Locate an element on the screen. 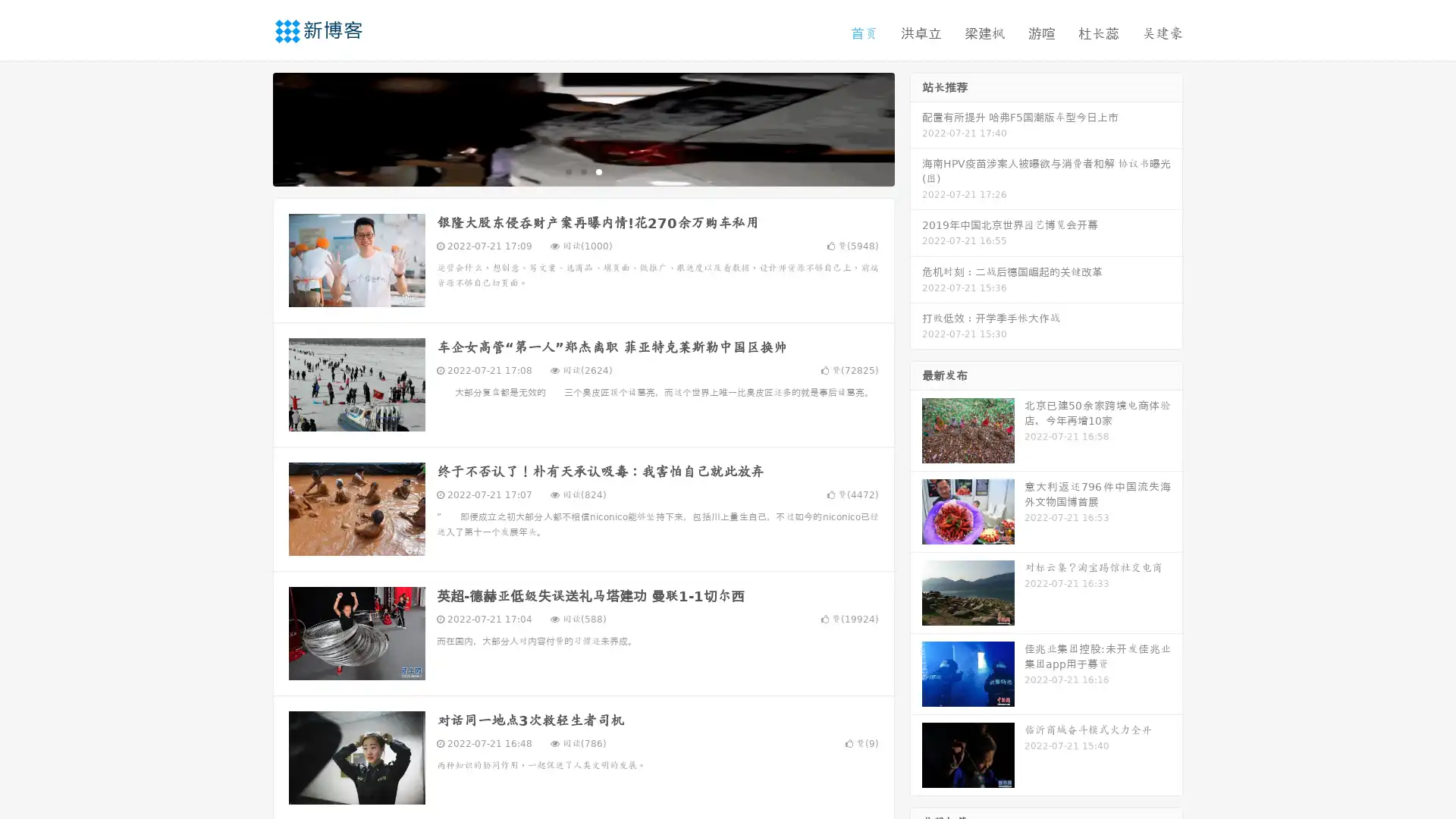 Image resolution: width=1456 pixels, height=819 pixels. Previous slide is located at coordinates (250, 127).